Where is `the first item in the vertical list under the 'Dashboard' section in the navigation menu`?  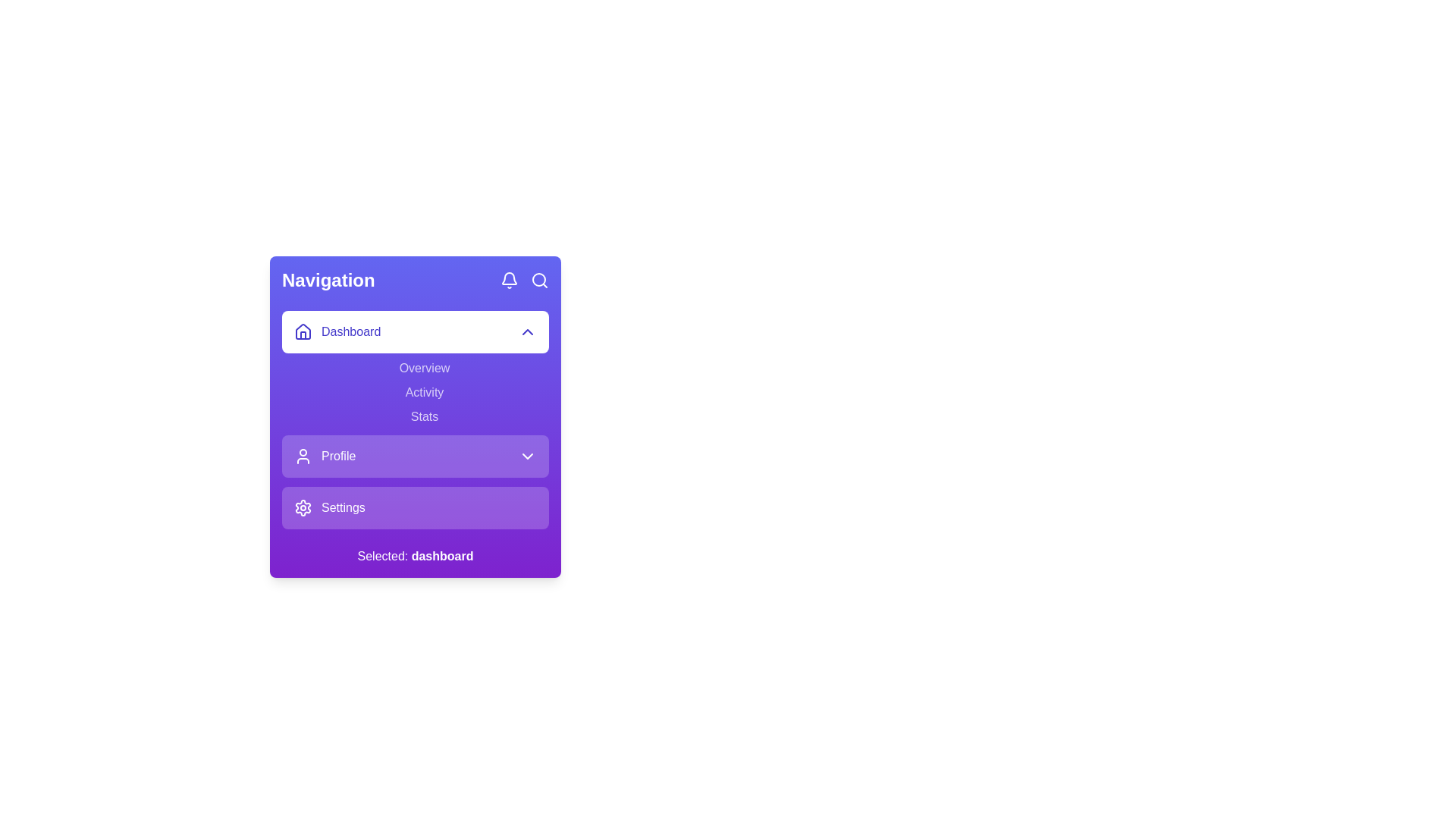
the first item in the vertical list under the 'Dashboard' section in the navigation menu is located at coordinates (425, 369).